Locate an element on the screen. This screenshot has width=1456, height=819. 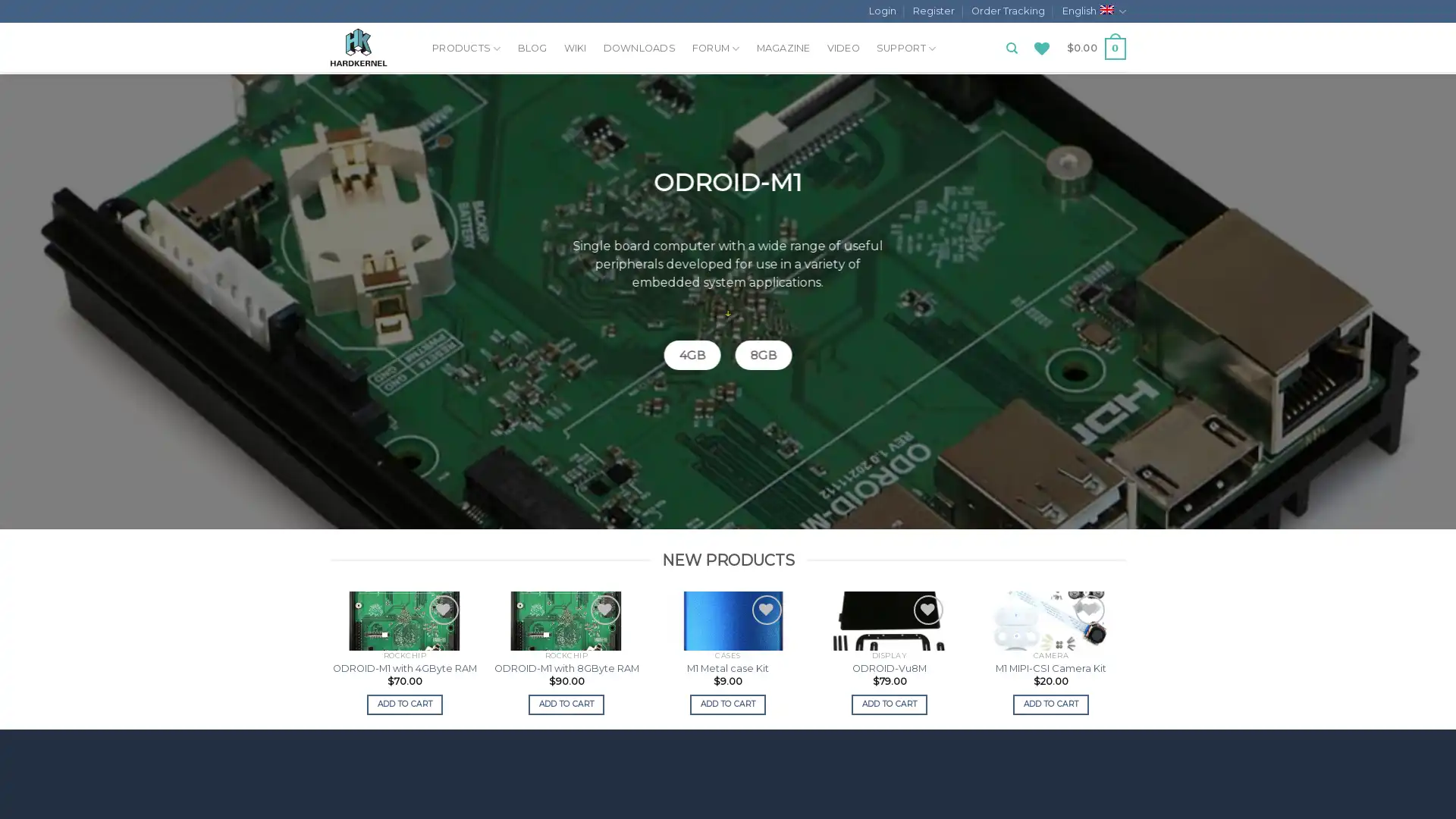
Wishlist is located at coordinates (1088, 609).